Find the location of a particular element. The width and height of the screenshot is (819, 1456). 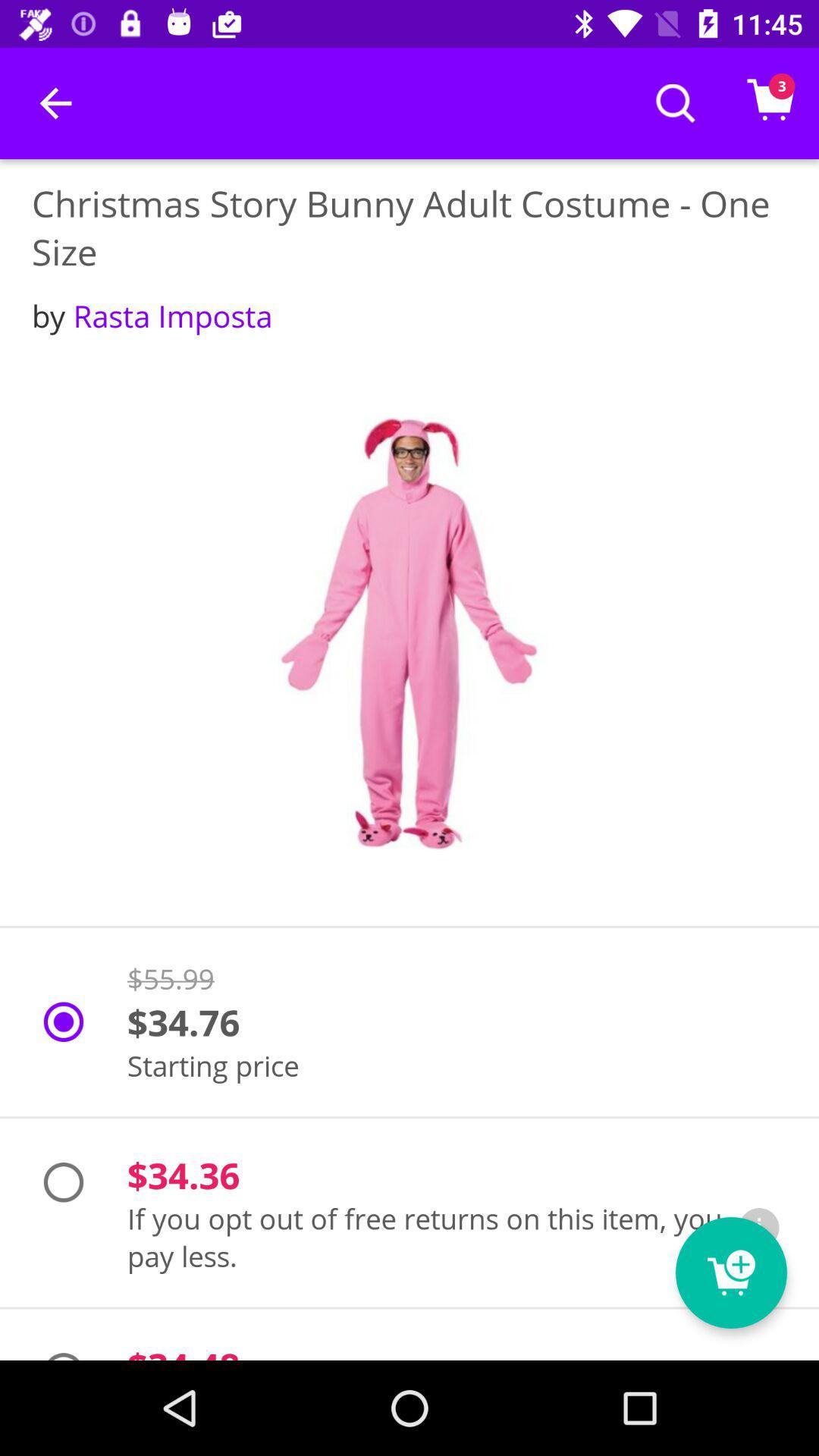

the icon below christmas story bunny icon is located at coordinates (152, 315).